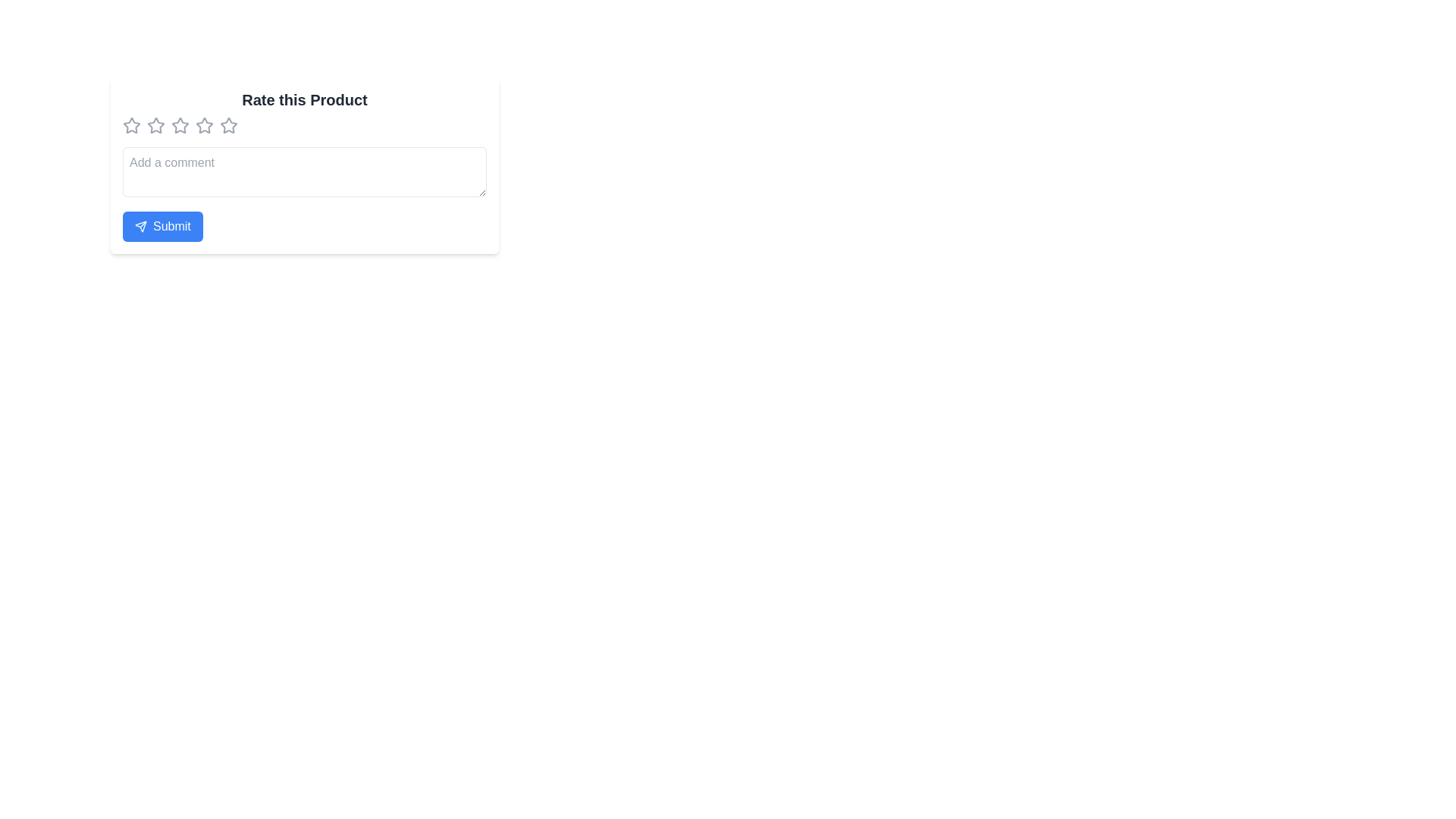  What do you see at coordinates (131, 124) in the screenshot?
I see `the first star in the 5-star rating system` at bounding box center [131, 124].